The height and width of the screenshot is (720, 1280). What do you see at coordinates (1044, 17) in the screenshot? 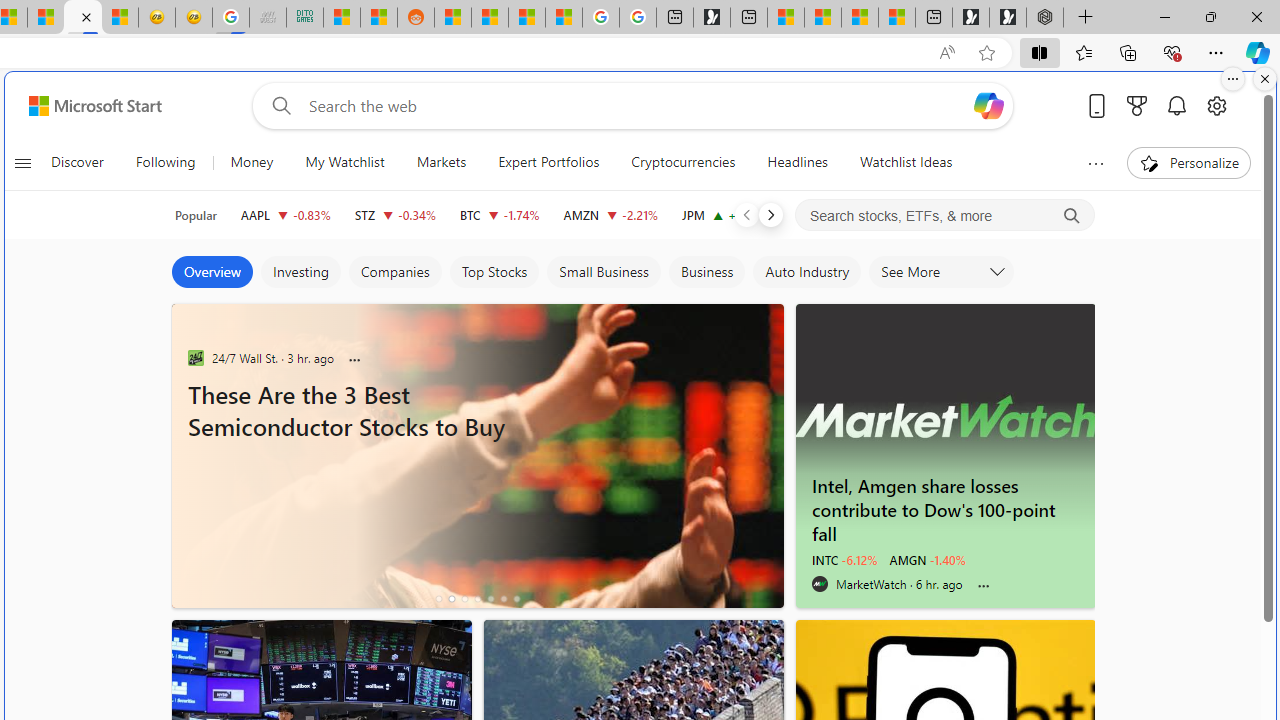
I see `'Nordace - Nordace Siena Is Not An Ordinary Backpack'` at bounding box center [1044, 17].